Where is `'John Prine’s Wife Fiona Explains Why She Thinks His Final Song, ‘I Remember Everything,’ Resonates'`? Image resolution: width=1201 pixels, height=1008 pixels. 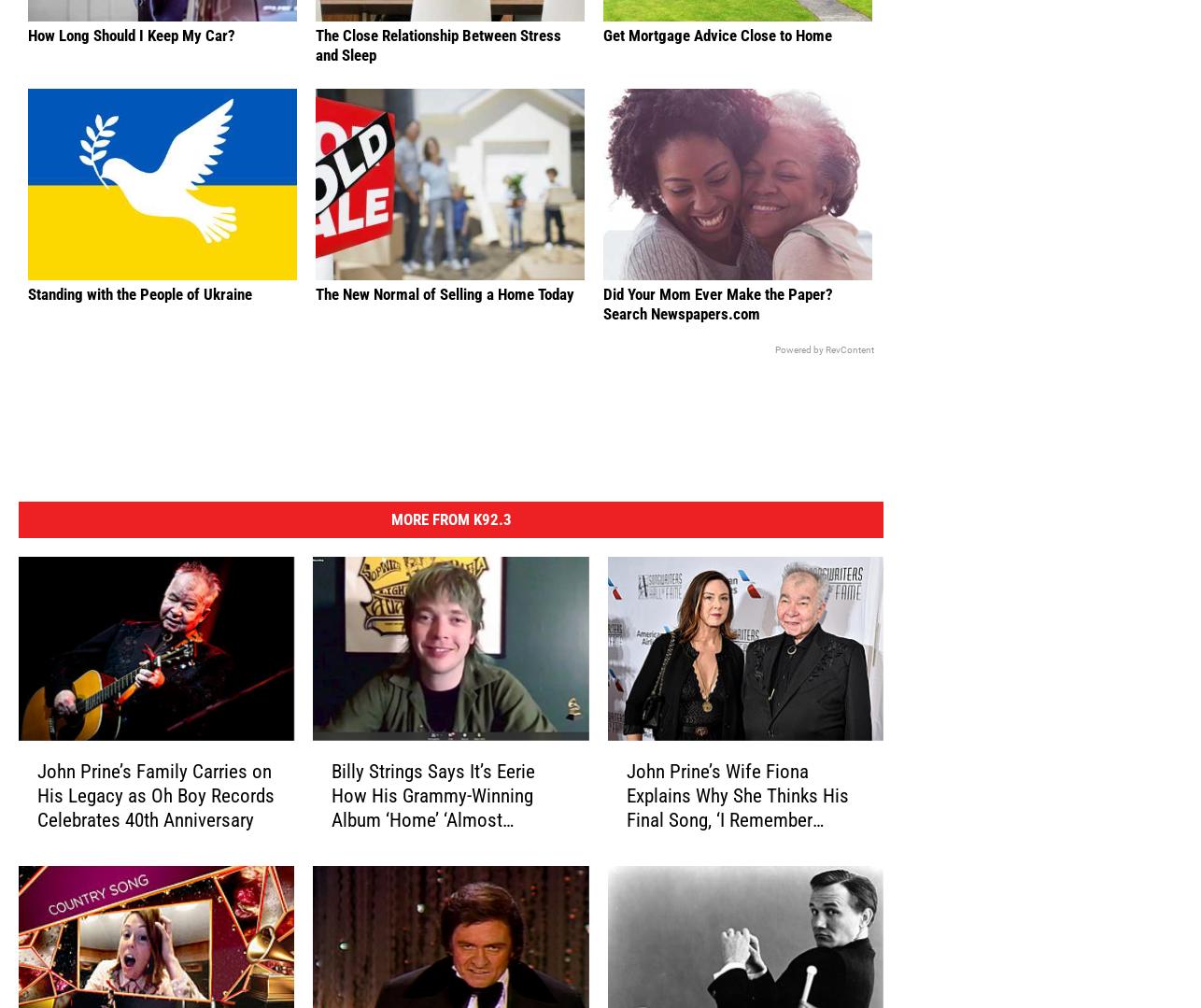
'John Prine’s Wife Fiona Explains Why She Thinks His Final Song, ‘I Remember Everything,’ Resonates' is located at coordinates (736, 836).